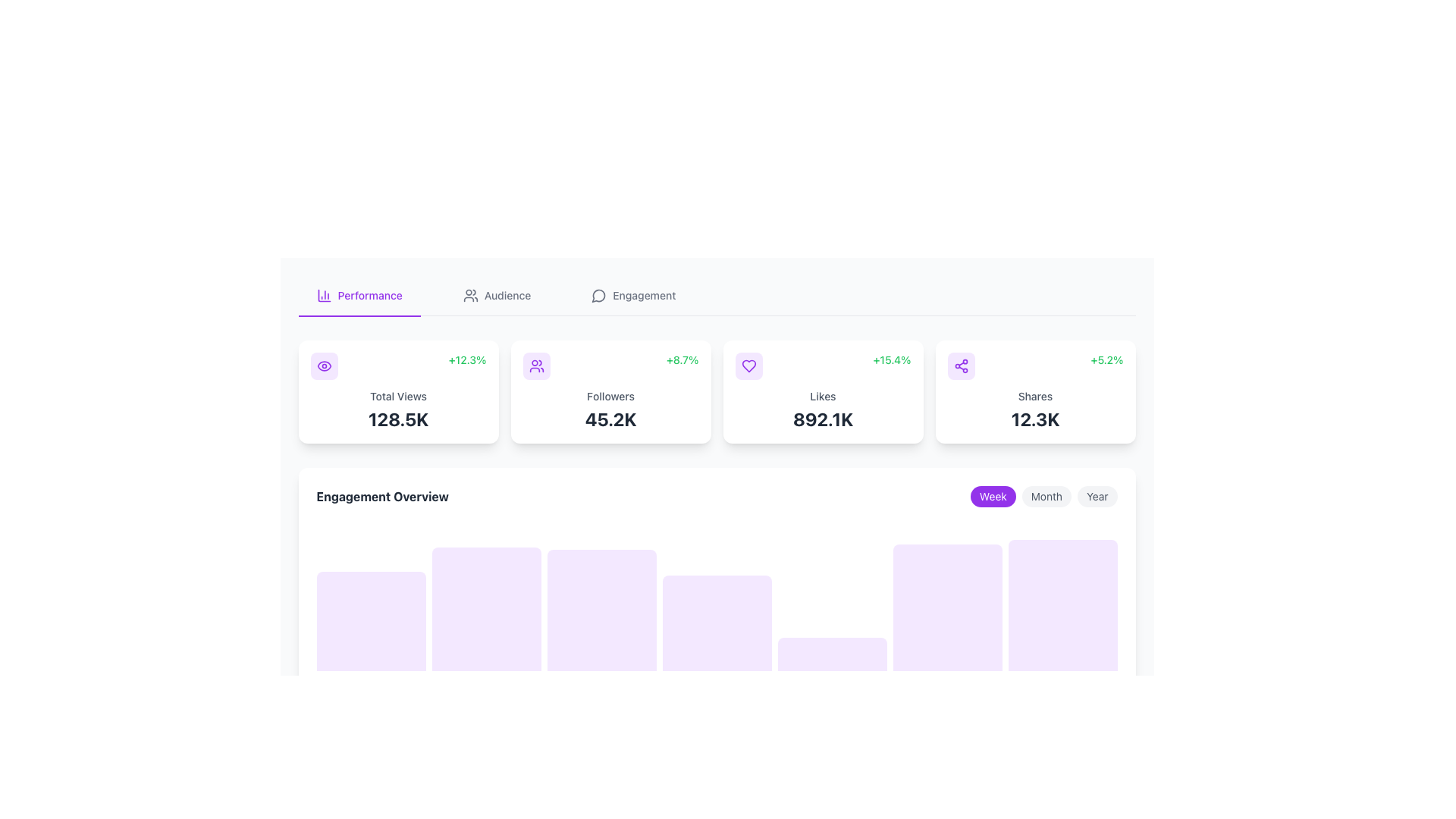 This screenshot has height=819, width=1456. What do you see at coordinates (398, 419) in the screenshot?
I see `the bold, large-sized text displaying the value '128.5K' in dark gray color located in the card-like layout below 'Total Views' on the left side of the dashboard` at bounding box center [398, 419].